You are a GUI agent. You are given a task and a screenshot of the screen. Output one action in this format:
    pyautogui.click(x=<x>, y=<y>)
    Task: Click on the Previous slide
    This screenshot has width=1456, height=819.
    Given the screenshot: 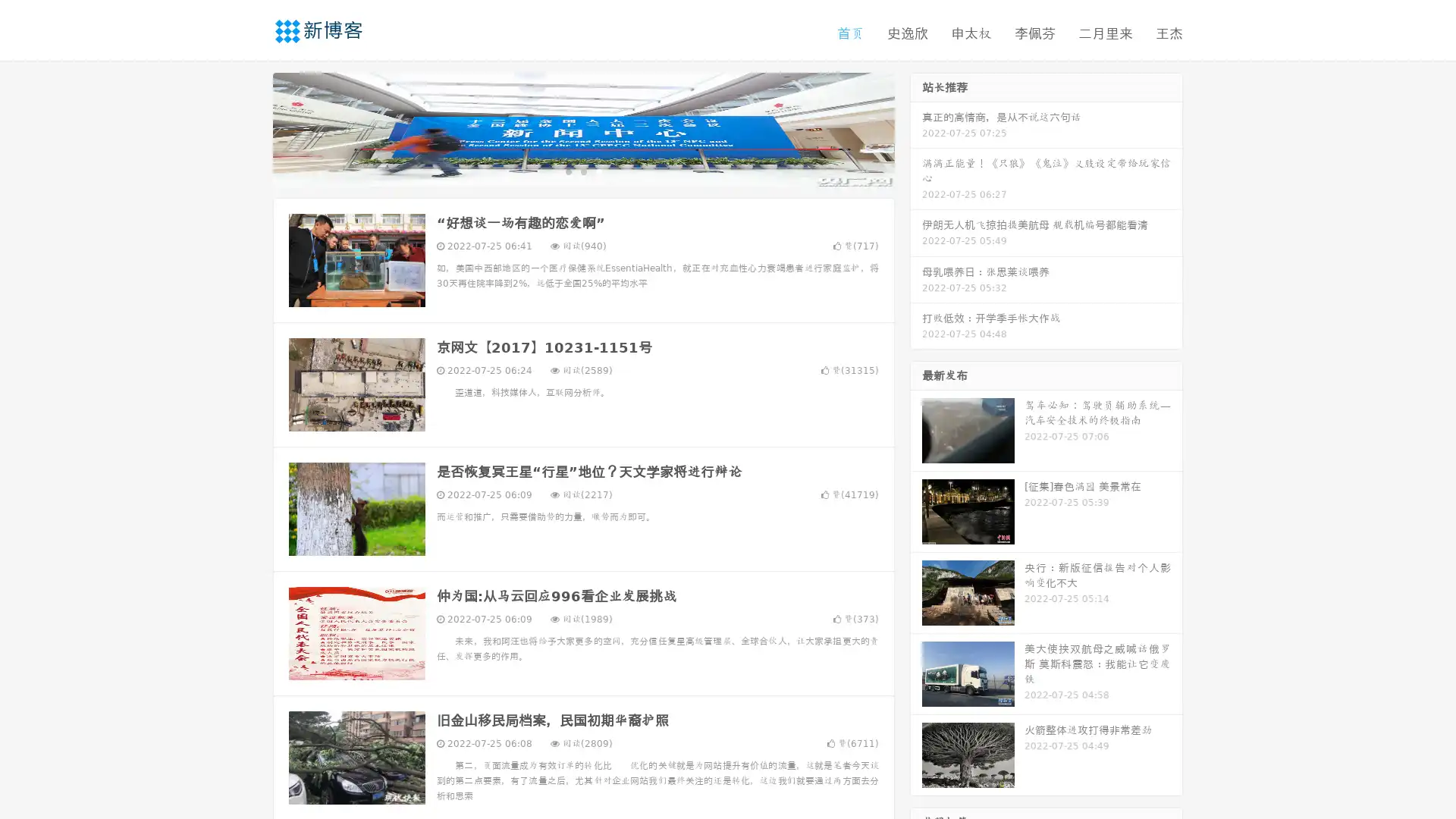 What is the action you would take?
    pyautogui.click(x=250, y=127)
    